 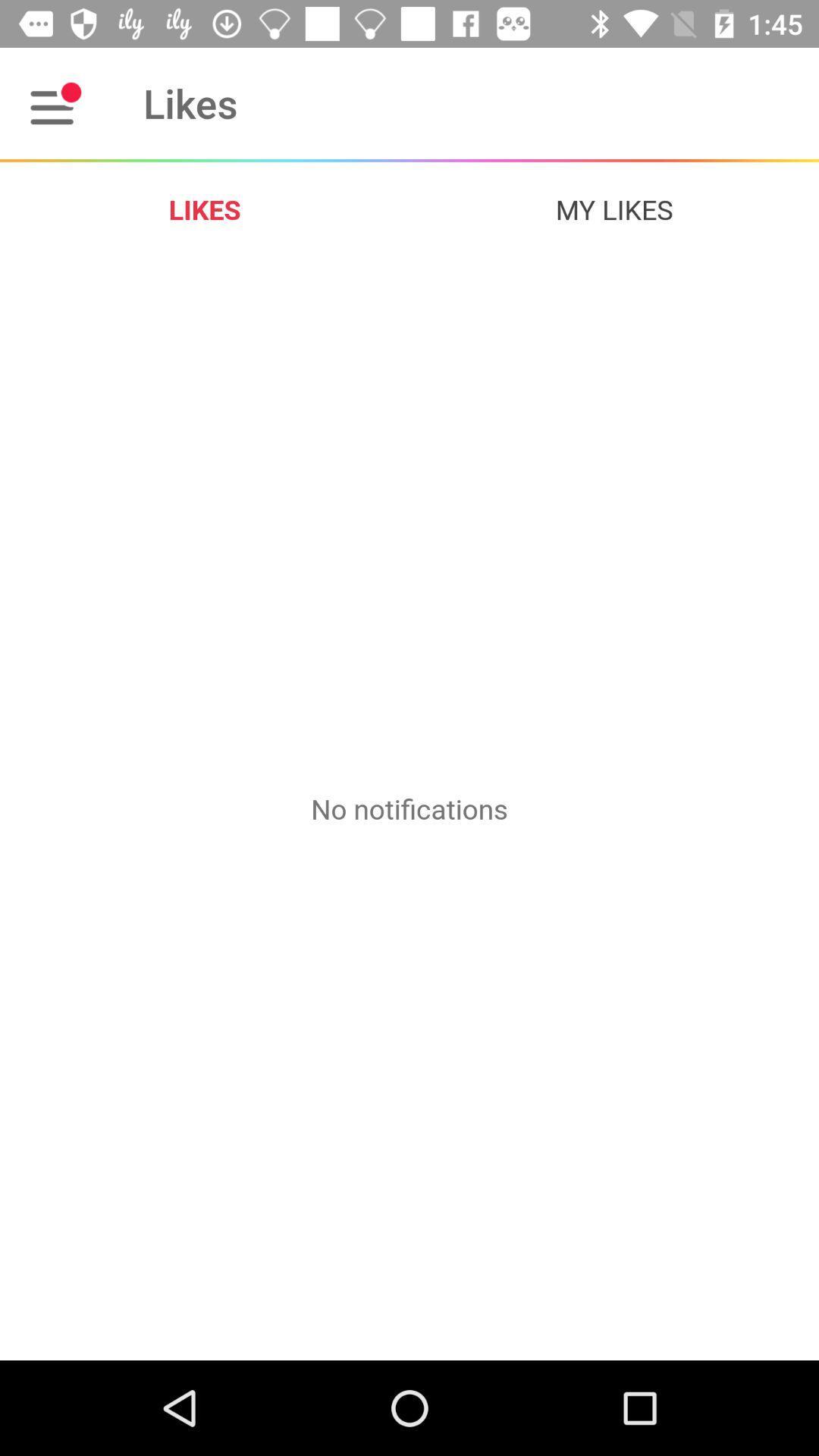 I want to click on icon to the left of likes item, so click(x=55, y=102).